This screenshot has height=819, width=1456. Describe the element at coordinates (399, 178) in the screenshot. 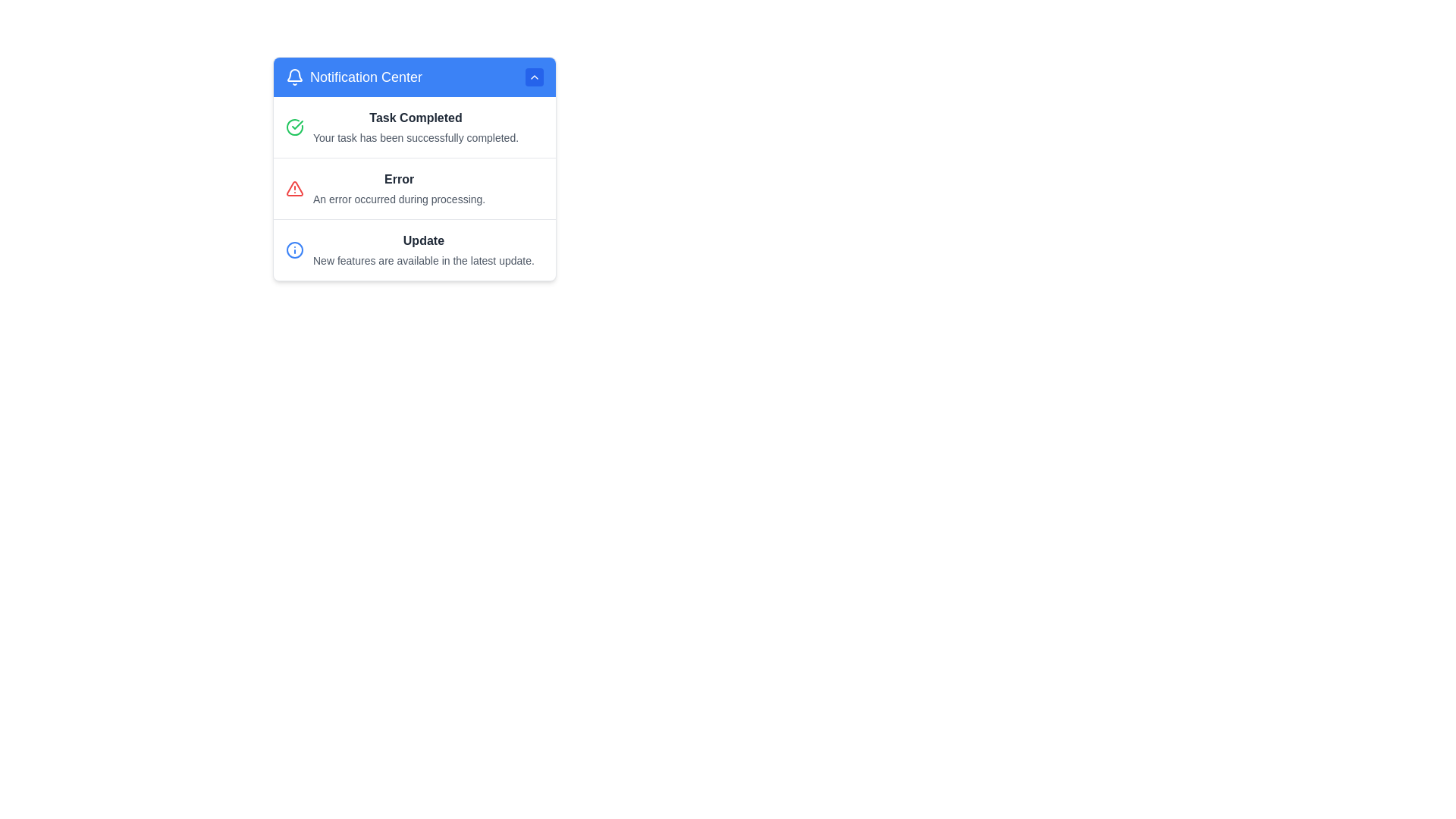

I see `bold text label 'Error' in dark gray color located in the notification panel` at that location.